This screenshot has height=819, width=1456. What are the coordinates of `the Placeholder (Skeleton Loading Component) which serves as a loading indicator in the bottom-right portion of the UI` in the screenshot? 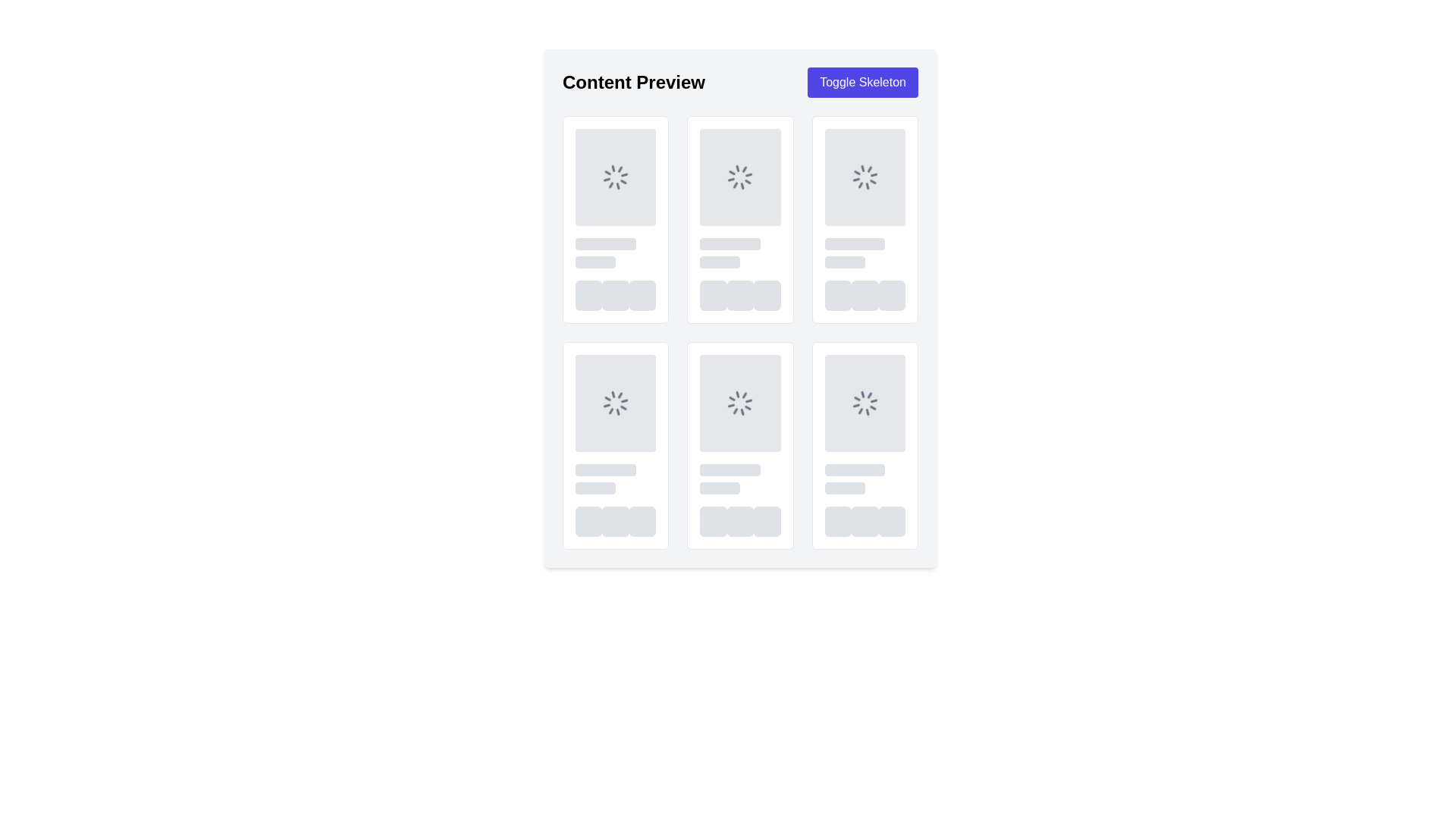 It's located at (844, 488).